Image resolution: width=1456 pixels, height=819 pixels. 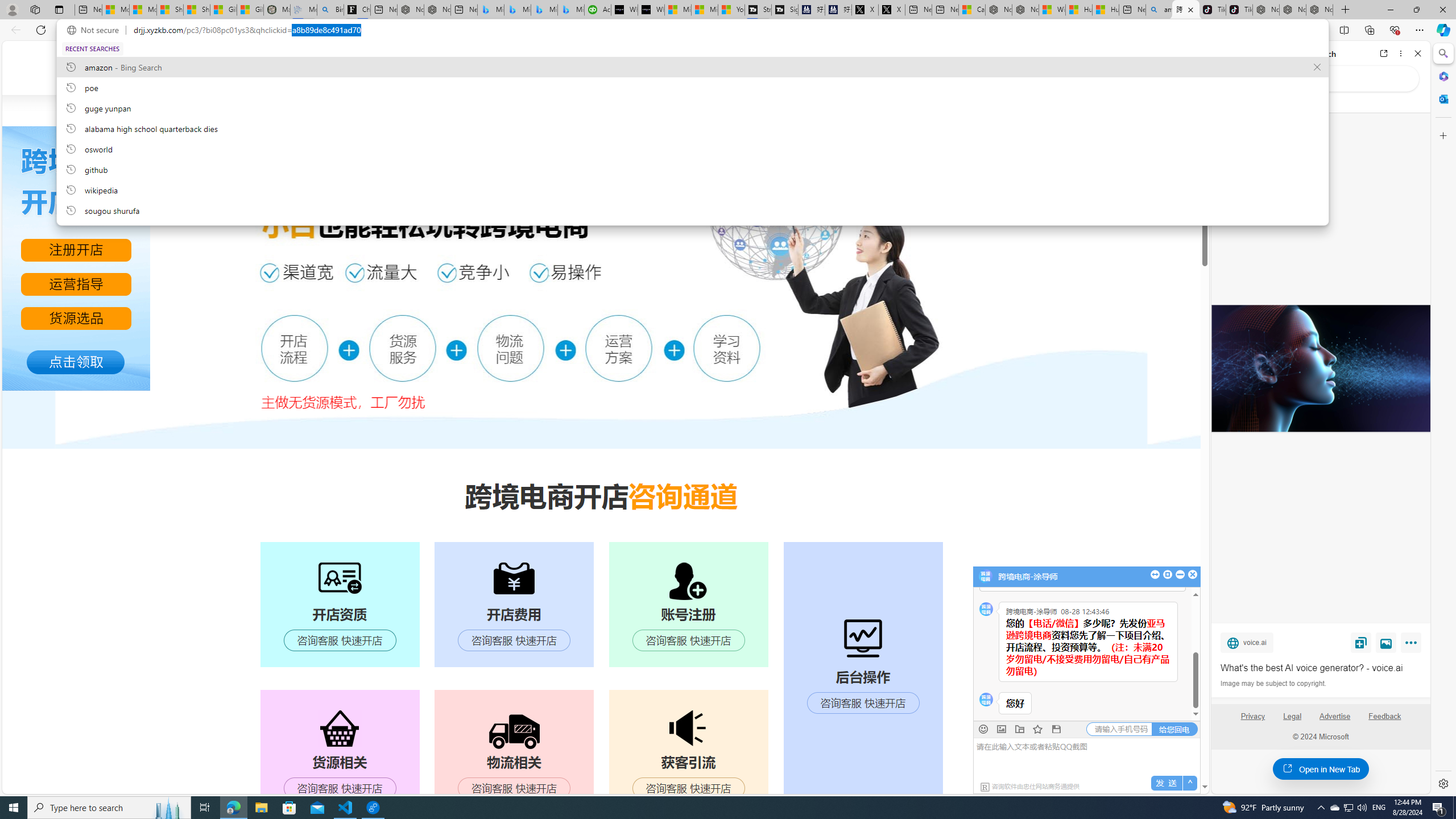 I want to click on 'Legal', so click(x=1292, y=716).